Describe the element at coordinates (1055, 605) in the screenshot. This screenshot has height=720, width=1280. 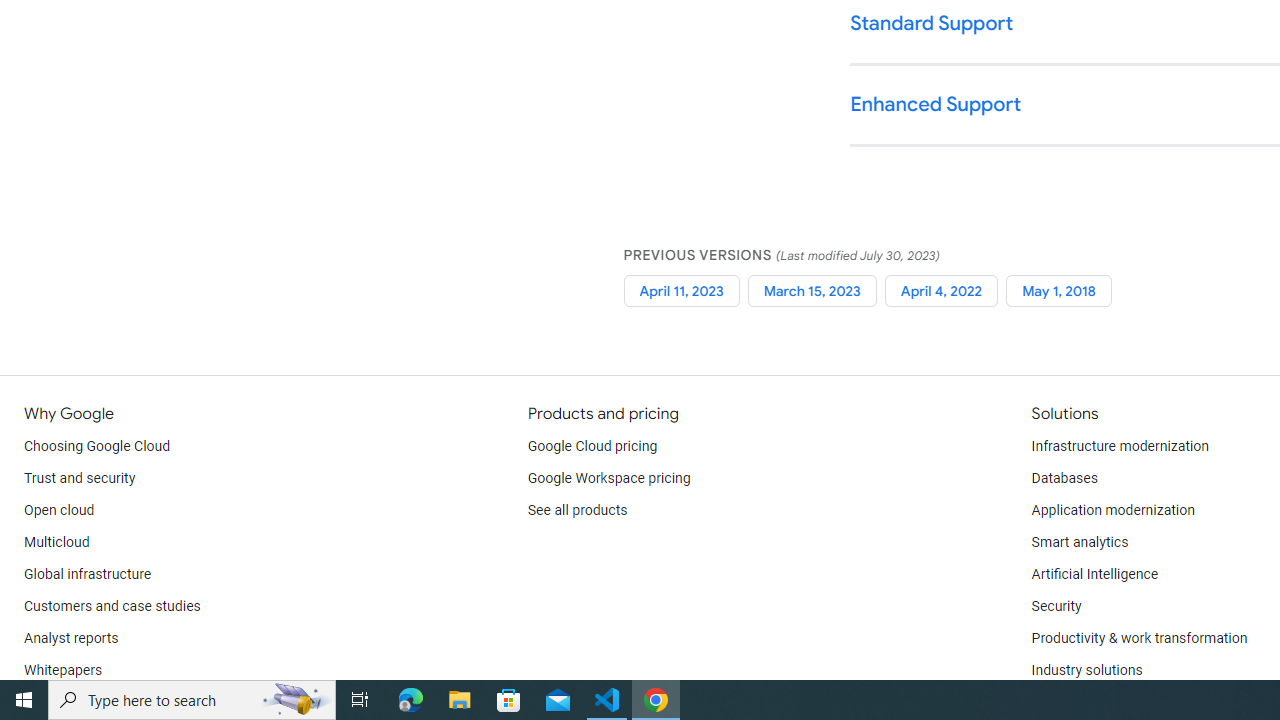
I see `'Security'` at that location.